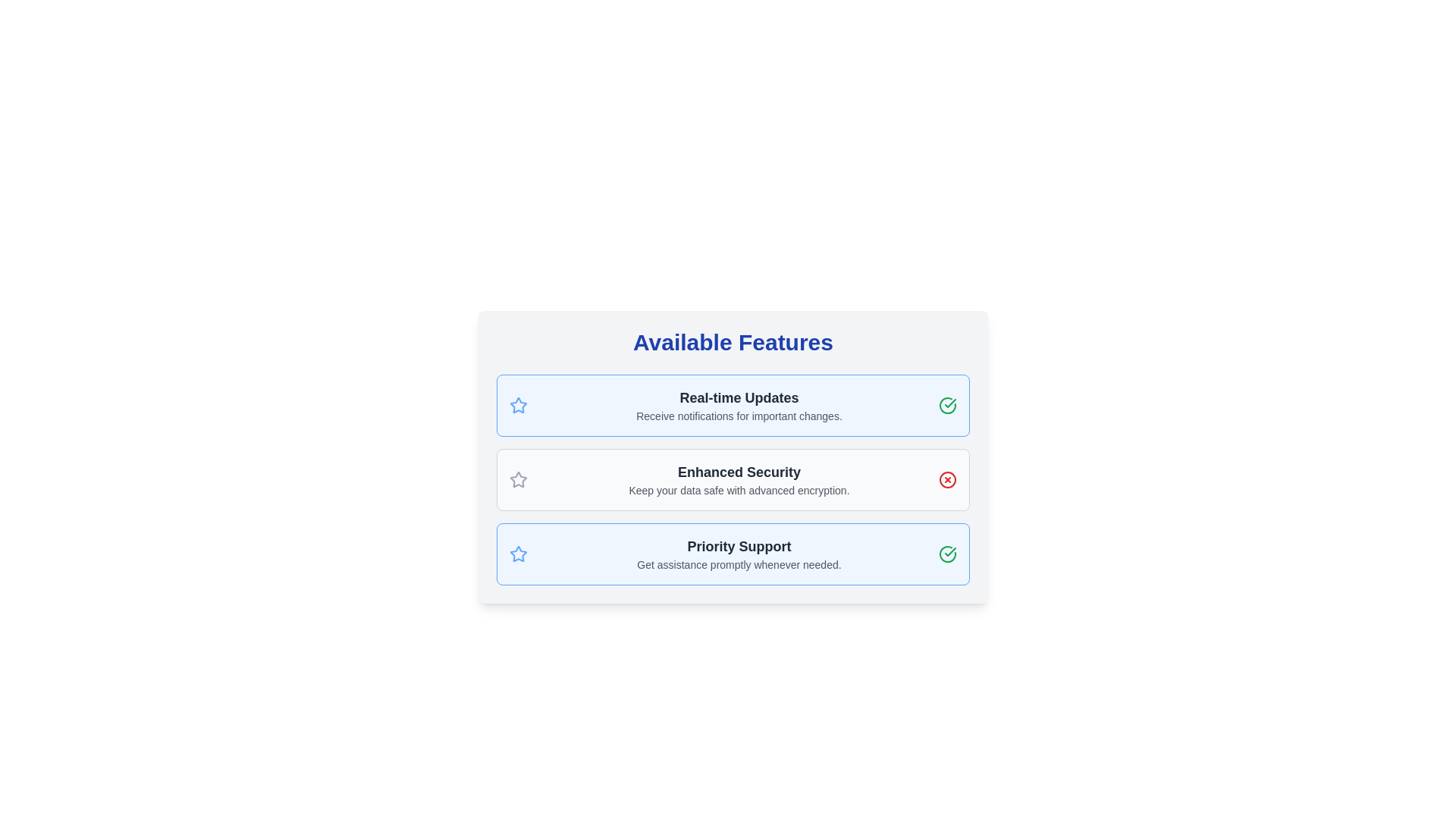 This screenshot has height=819, width=1456. I want to click on the descriptive text label that provides additional information about the 'Priority Support' feature, positioned below the 'Priority Support' text, so click(739, 564).